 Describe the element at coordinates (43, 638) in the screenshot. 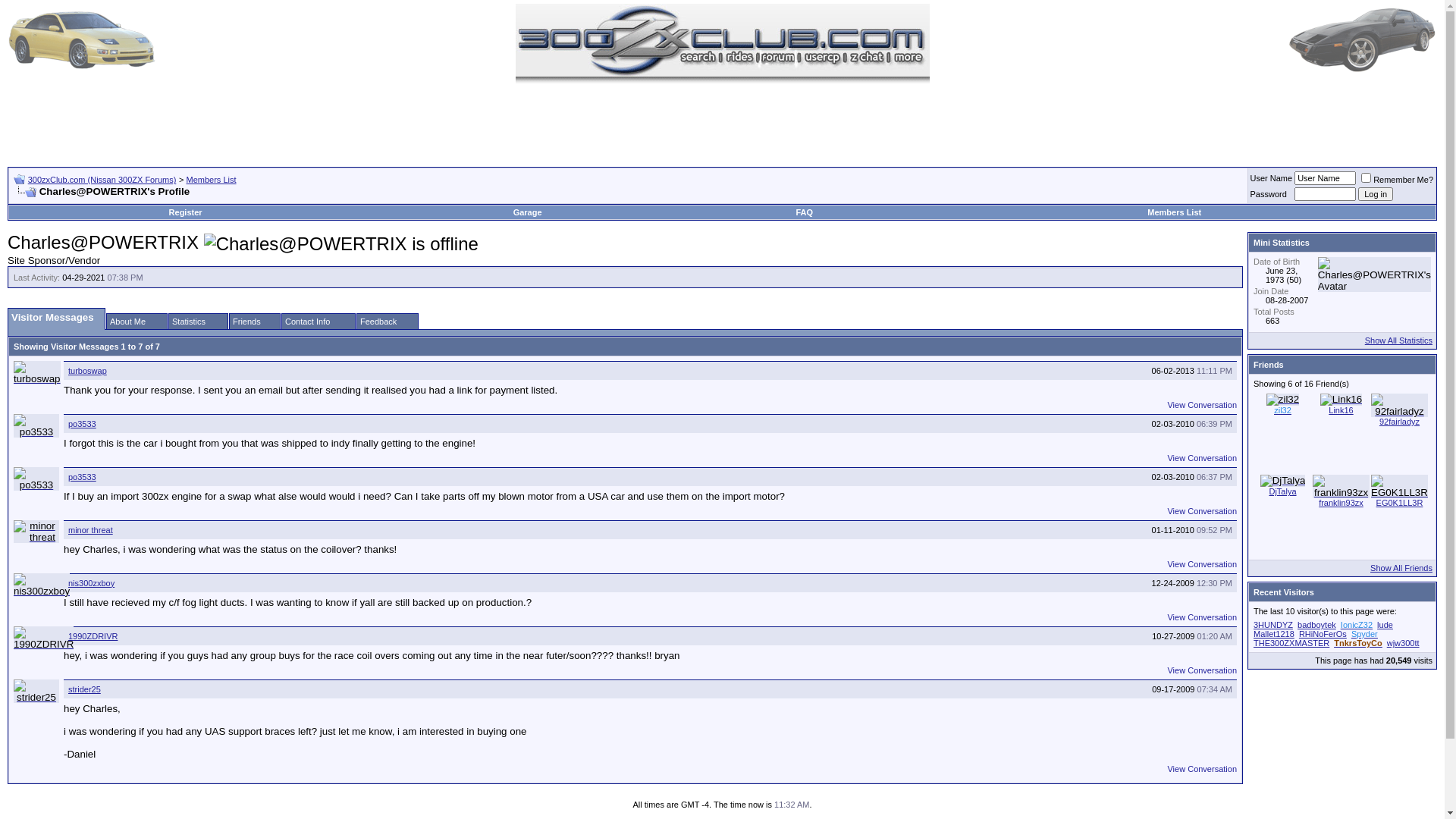

I see `'1990ZDRIVR'` at that location.